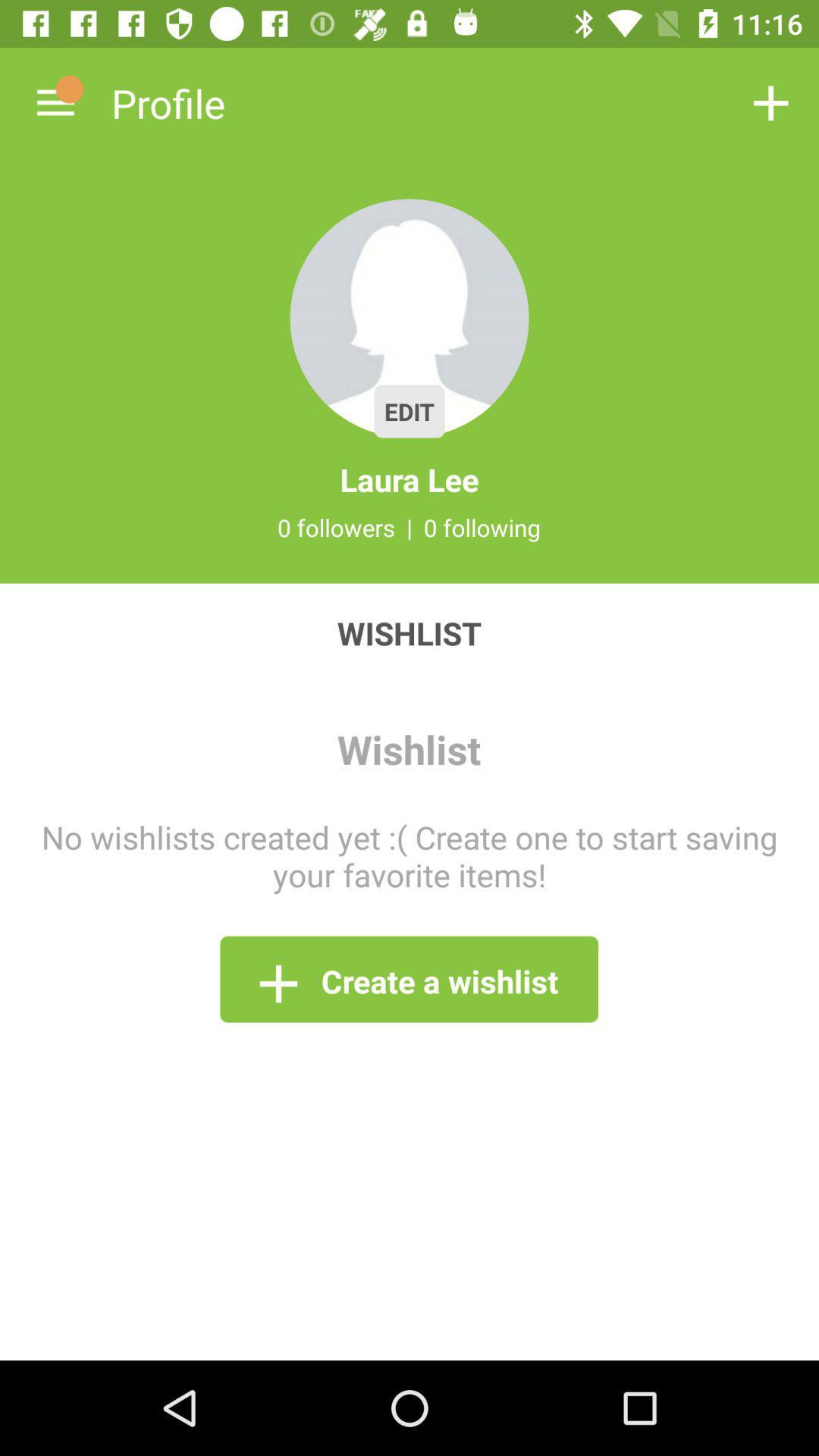  Describe the element at coordinates (55, 102) in the screenshot. I see `the icon to the left of the profile icon` at that location.